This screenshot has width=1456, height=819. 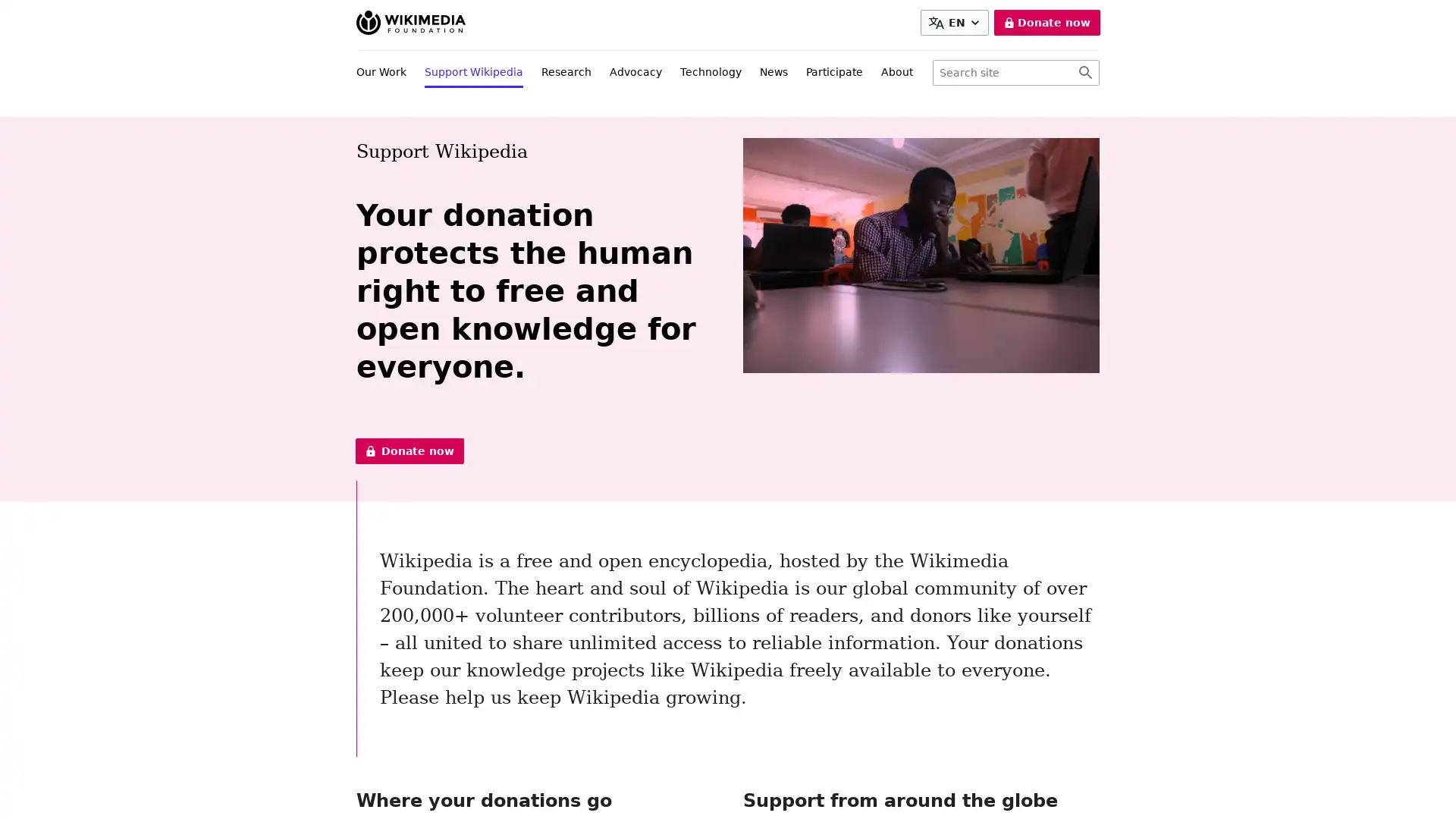 I want to click on Search, so click(x=1084, y=73).